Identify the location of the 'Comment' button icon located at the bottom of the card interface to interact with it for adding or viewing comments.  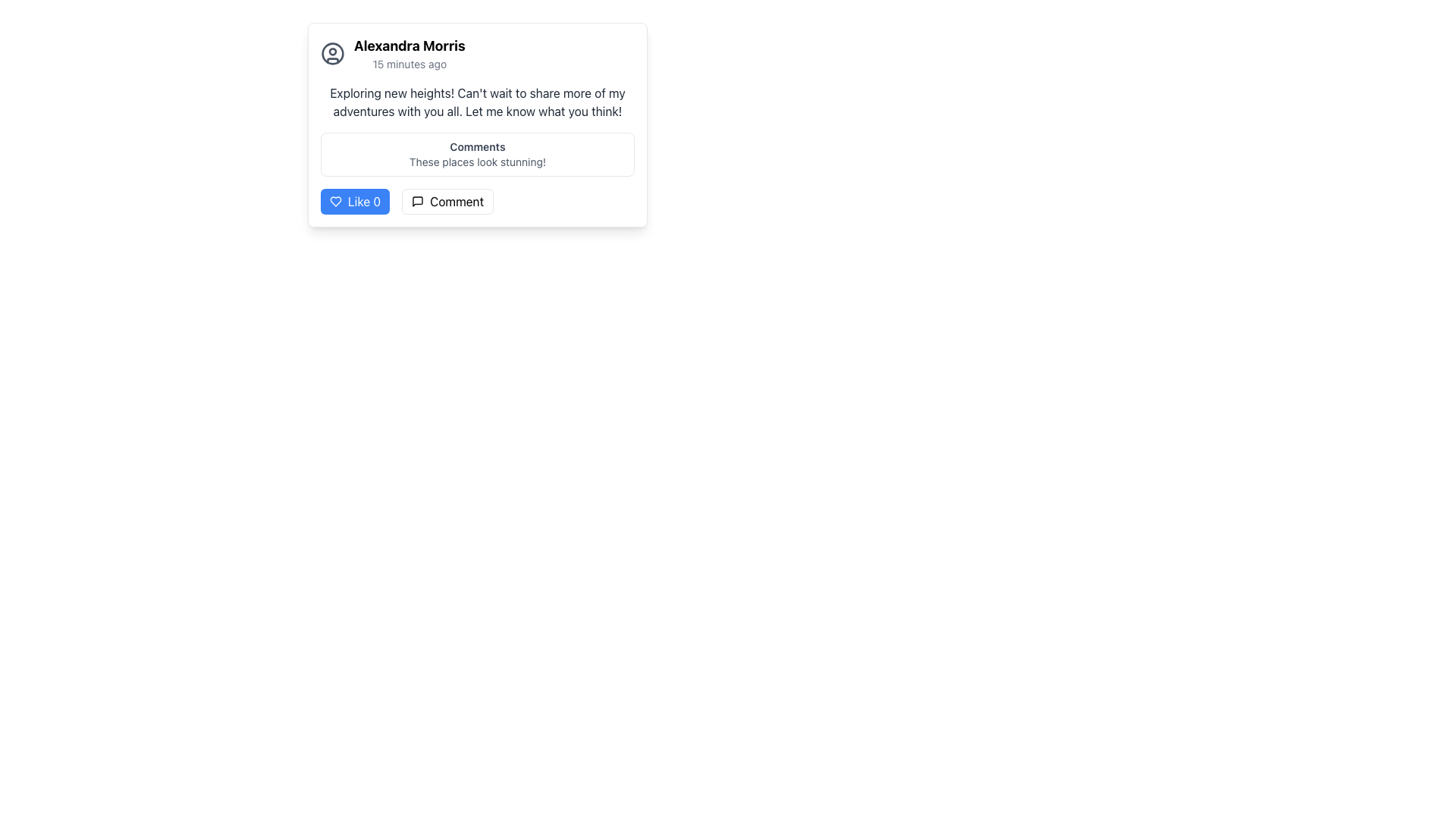
(418, 201).